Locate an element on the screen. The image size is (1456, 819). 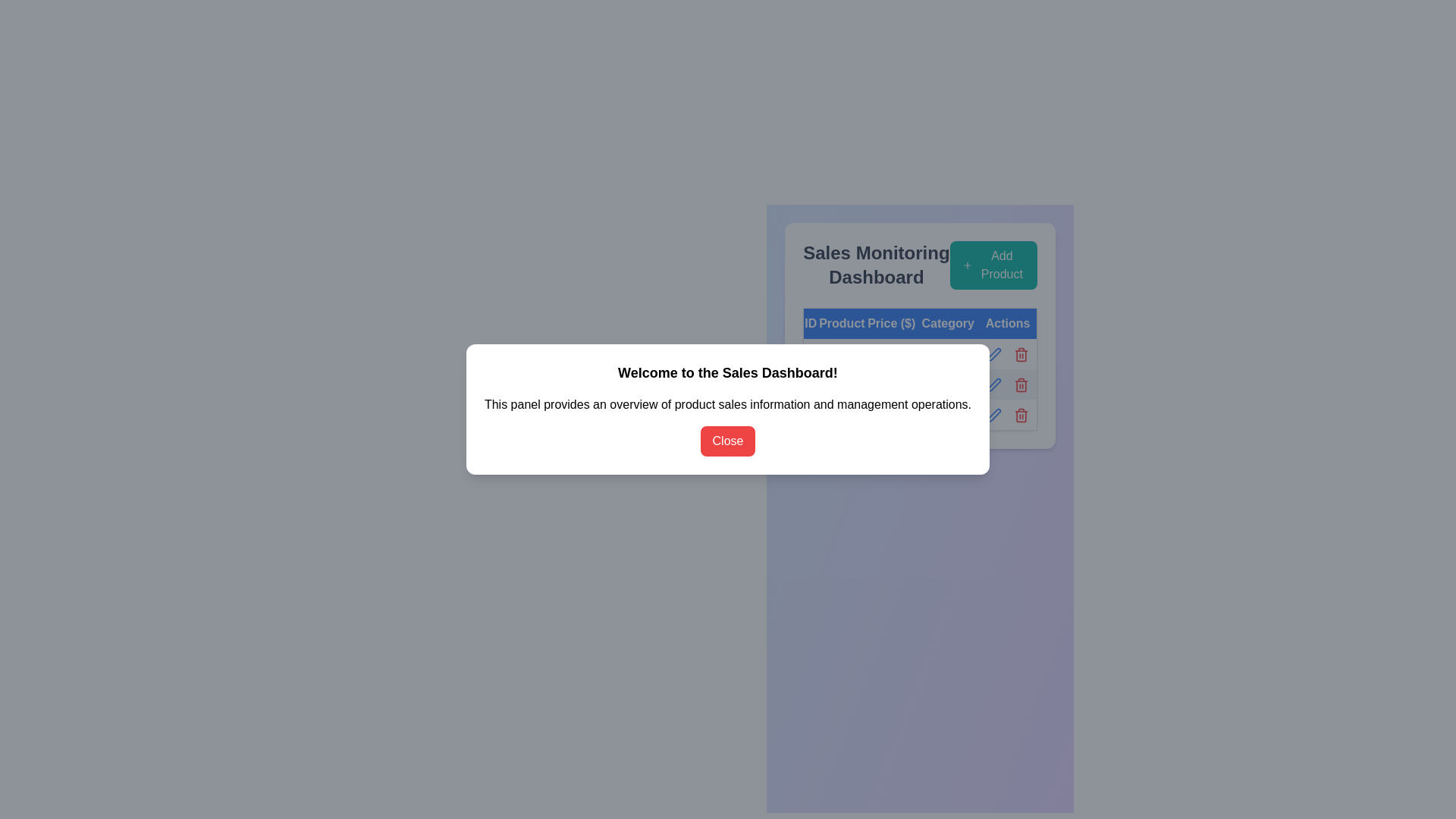
the 'Add Product' button, which has a teal green background, rounded corners, and white text with a plus sign icon is located at coordinates (993, 265).